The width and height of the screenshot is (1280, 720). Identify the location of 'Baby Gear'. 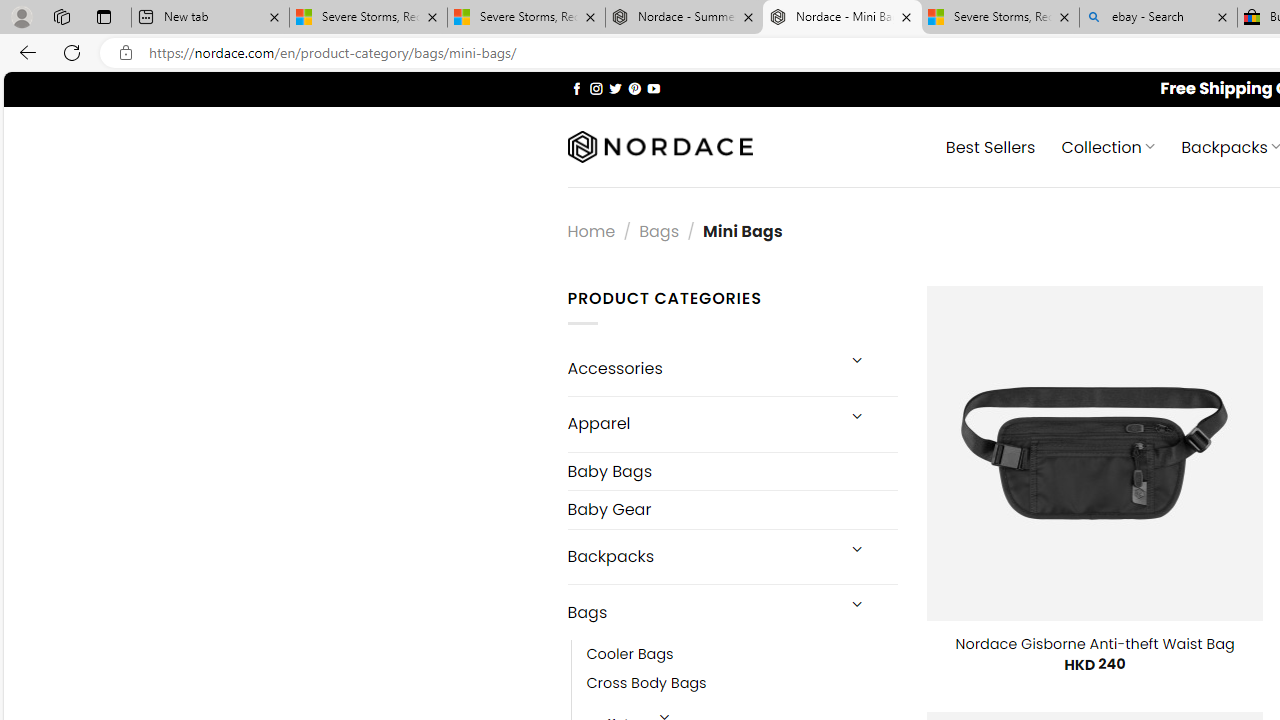
(731, 509).